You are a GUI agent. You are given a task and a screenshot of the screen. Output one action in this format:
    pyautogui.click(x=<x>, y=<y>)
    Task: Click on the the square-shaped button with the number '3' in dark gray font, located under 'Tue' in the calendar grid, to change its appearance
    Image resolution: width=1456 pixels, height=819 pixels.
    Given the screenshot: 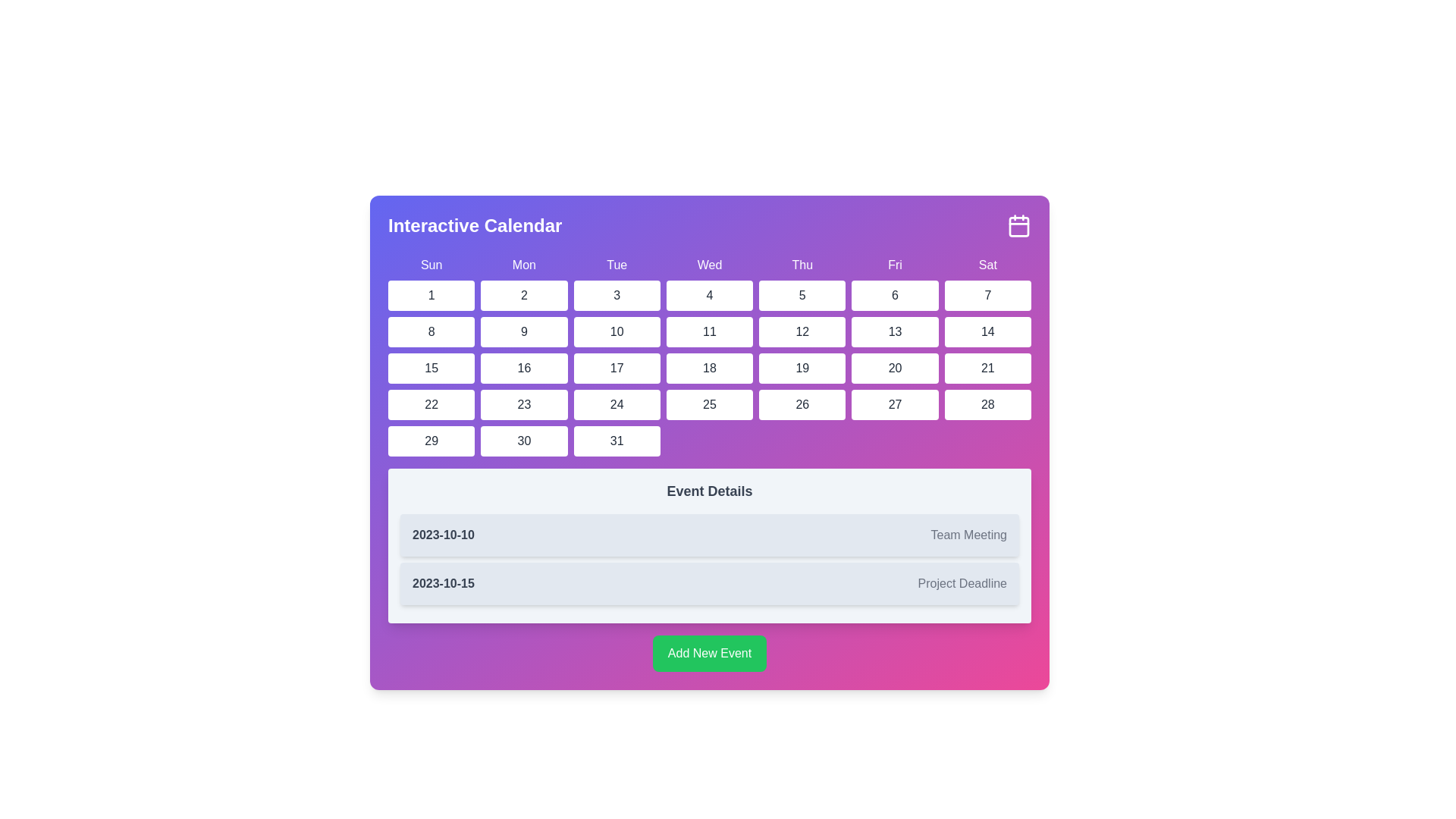 What is the action you would take?
    pyautogui.click(x=617, y=295)
    